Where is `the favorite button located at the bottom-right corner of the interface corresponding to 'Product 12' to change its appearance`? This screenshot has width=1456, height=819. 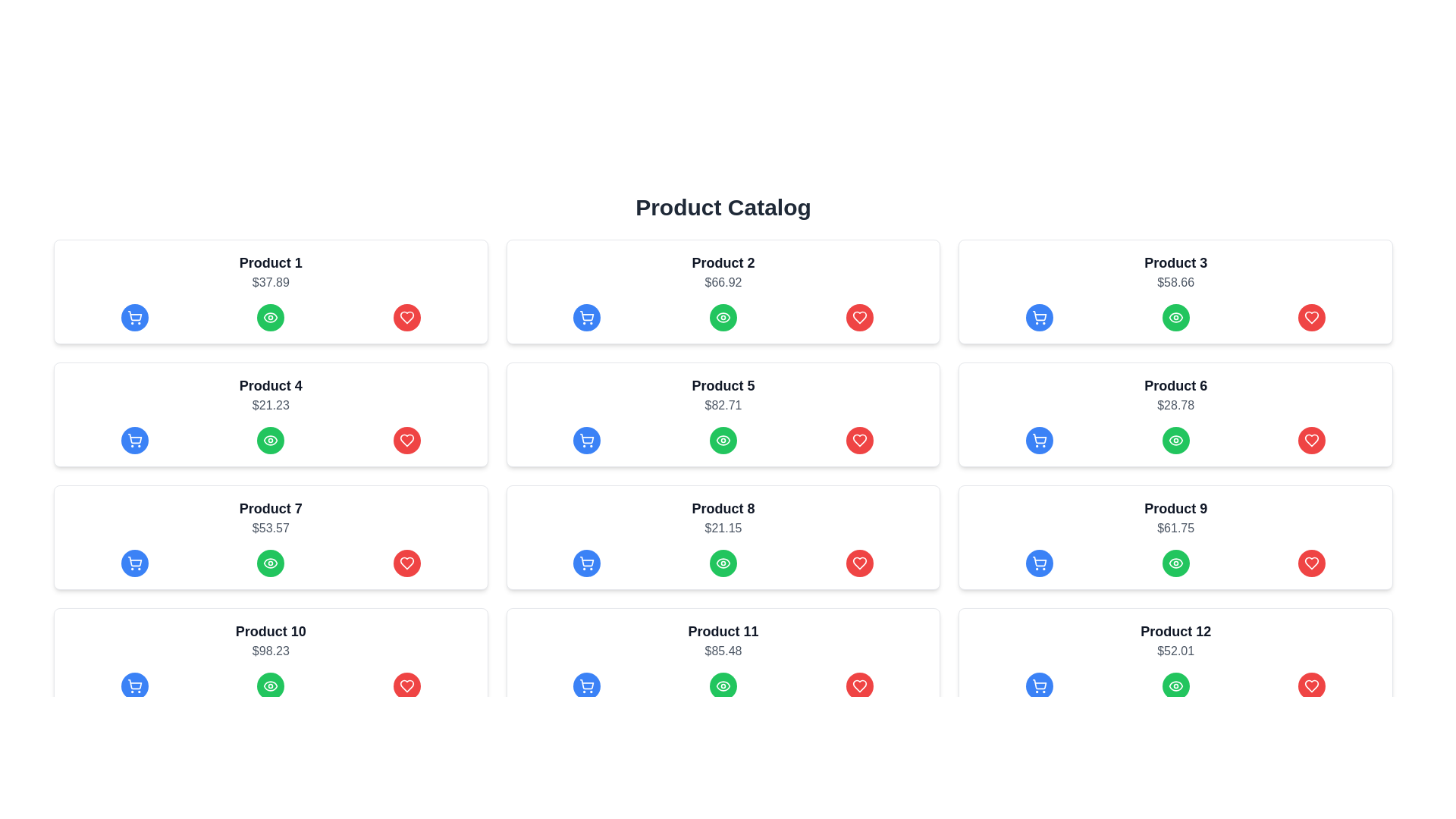
the favorite button located at the bottom-right corner of the interface corresponding to 'Product 12' to change its appearance is located at coordinates (1311, 686).